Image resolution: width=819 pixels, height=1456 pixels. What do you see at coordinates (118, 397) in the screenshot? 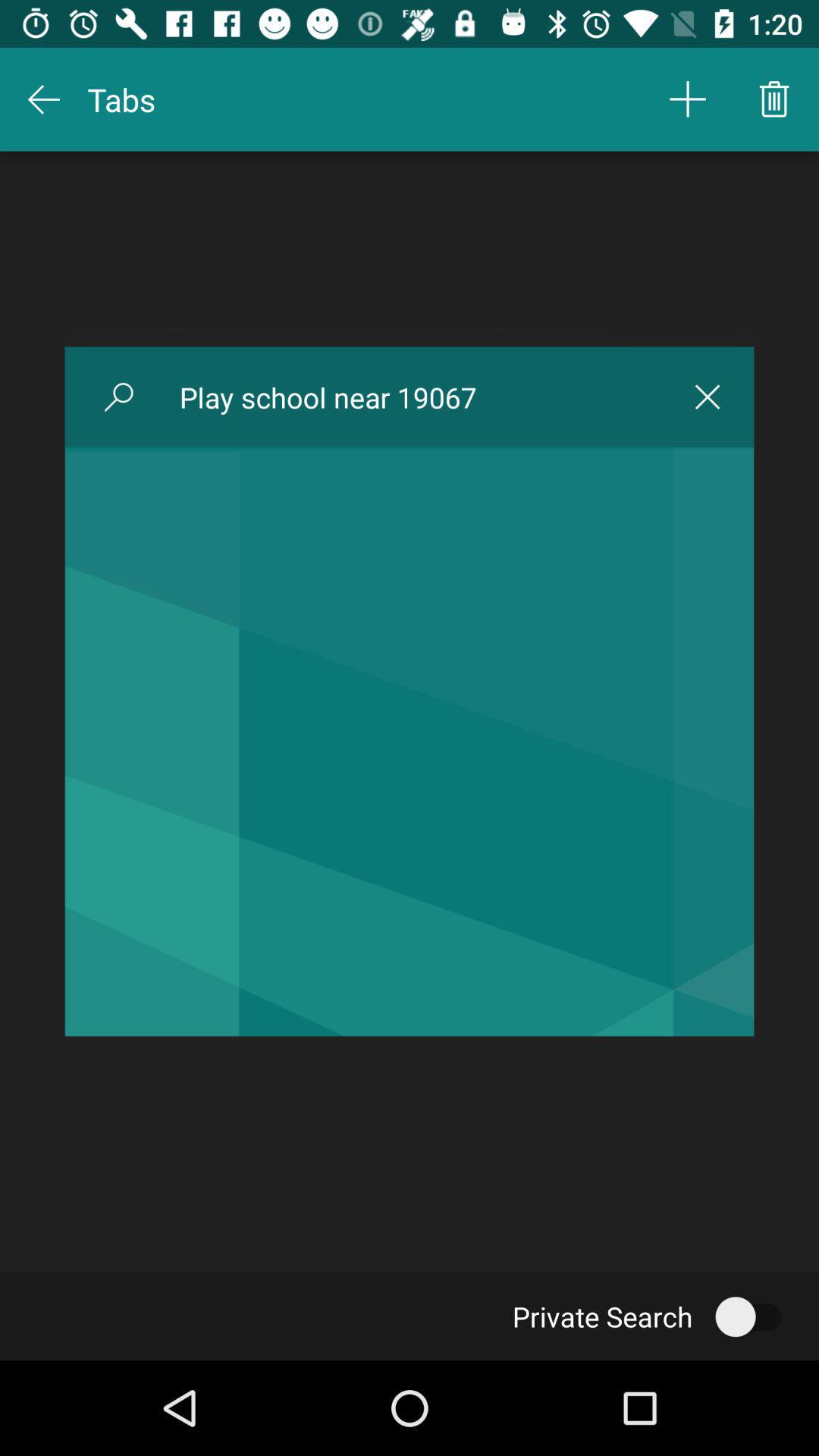
I see `icon to the left of the play school near icon` at bounding box center [118, 397].